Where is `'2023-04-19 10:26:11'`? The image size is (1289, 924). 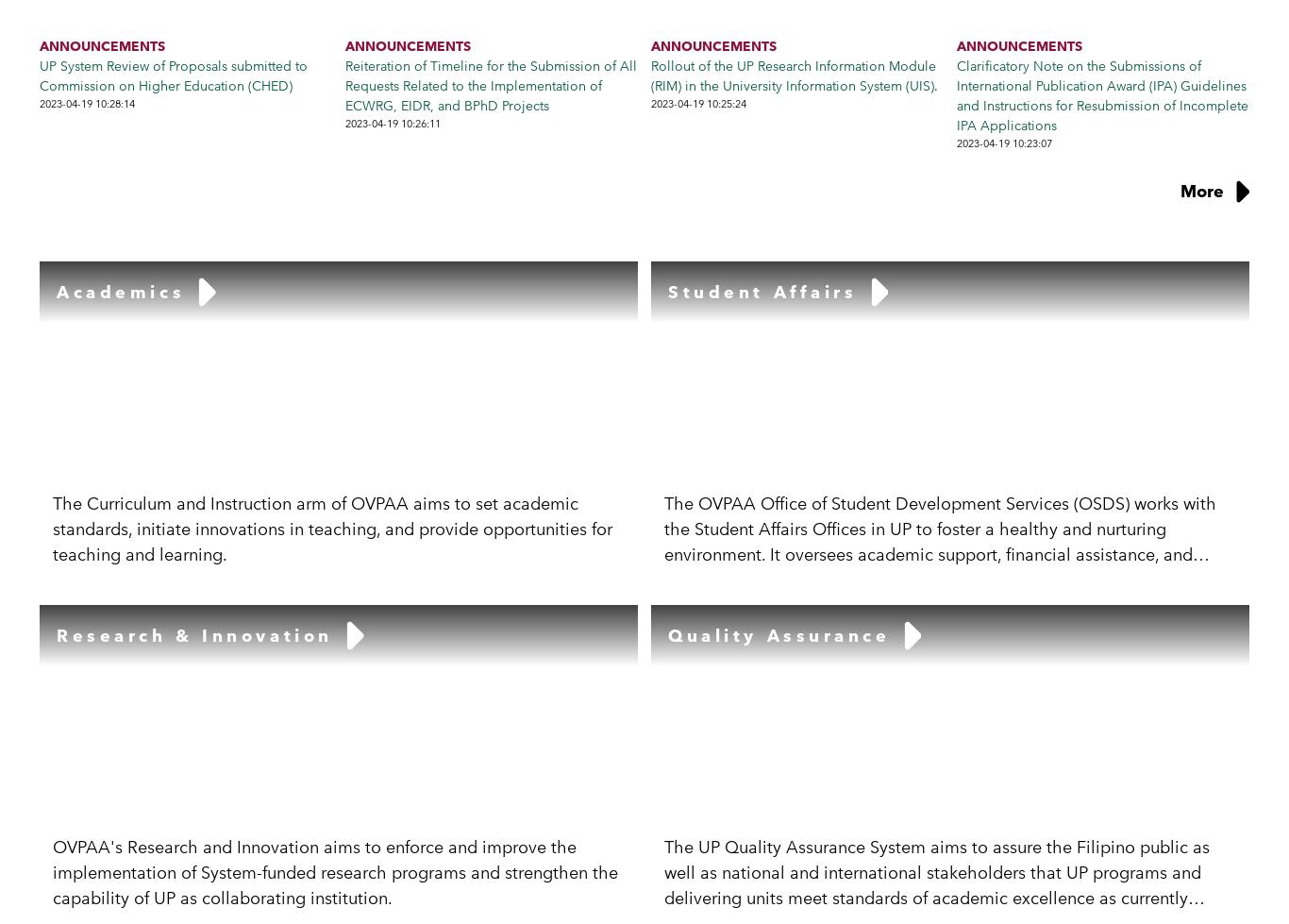 '2023-04-19 10:26:11' is located at coordinates (392, 123).